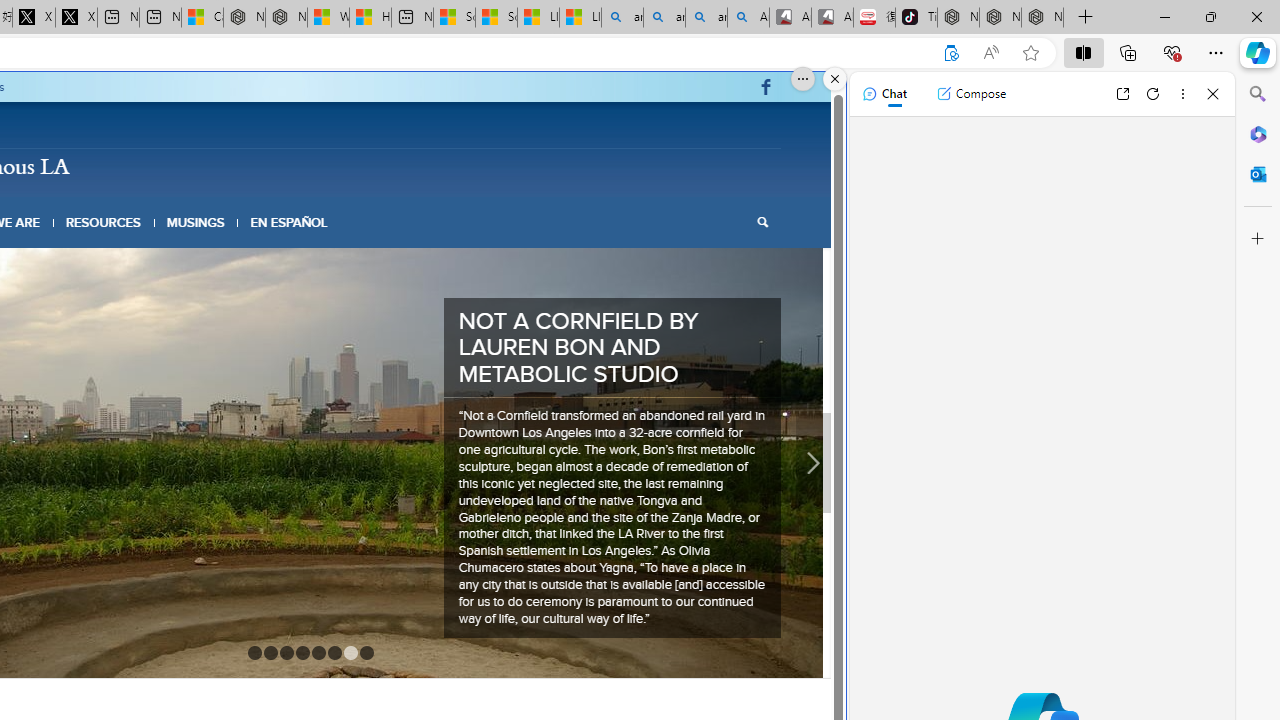 This screenshot has width=1280, height=720. I want to click on 'RESOURCES', so click(102, 222).